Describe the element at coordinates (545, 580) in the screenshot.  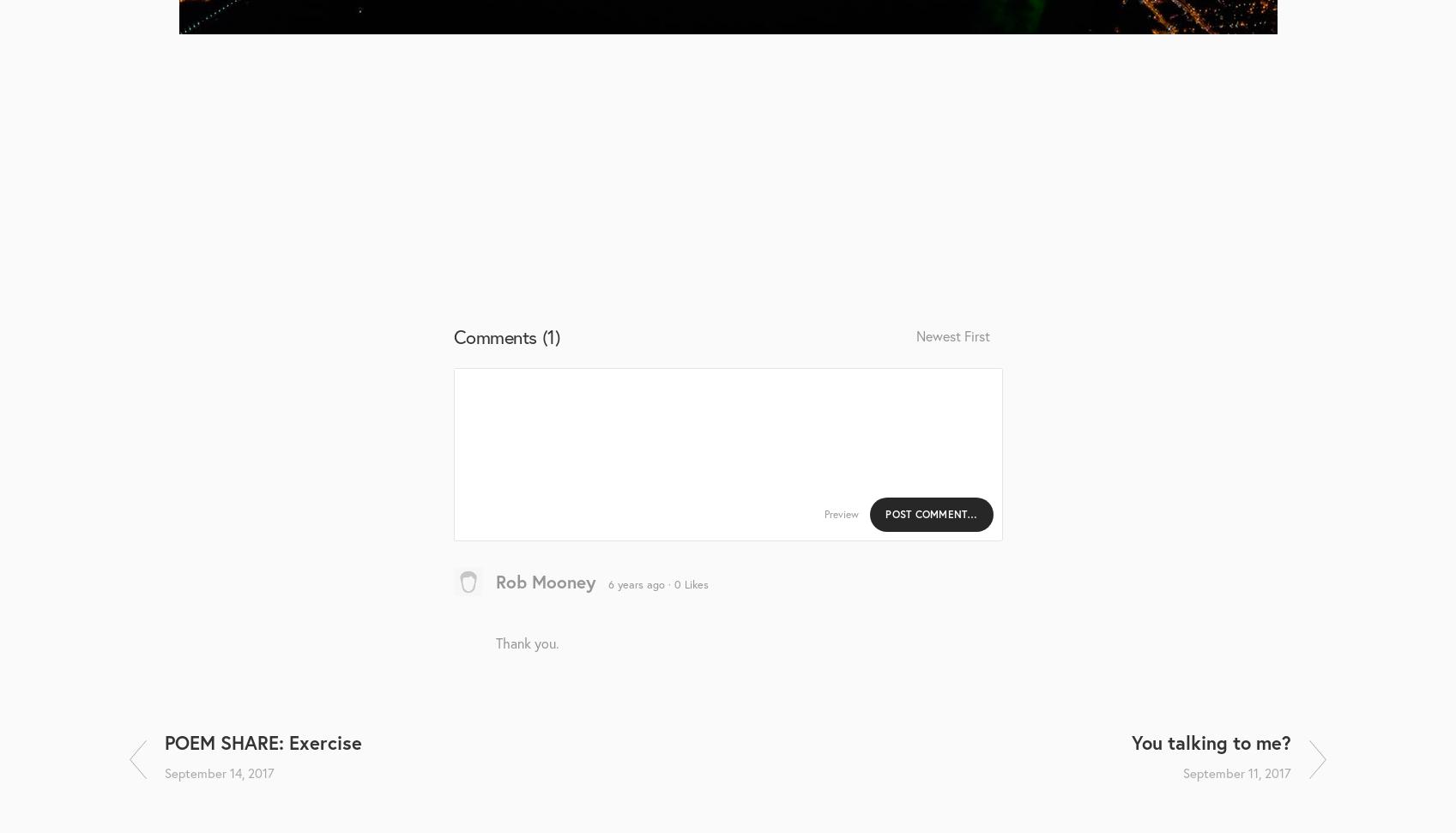
I see `'Rob Mooney'` at that location.